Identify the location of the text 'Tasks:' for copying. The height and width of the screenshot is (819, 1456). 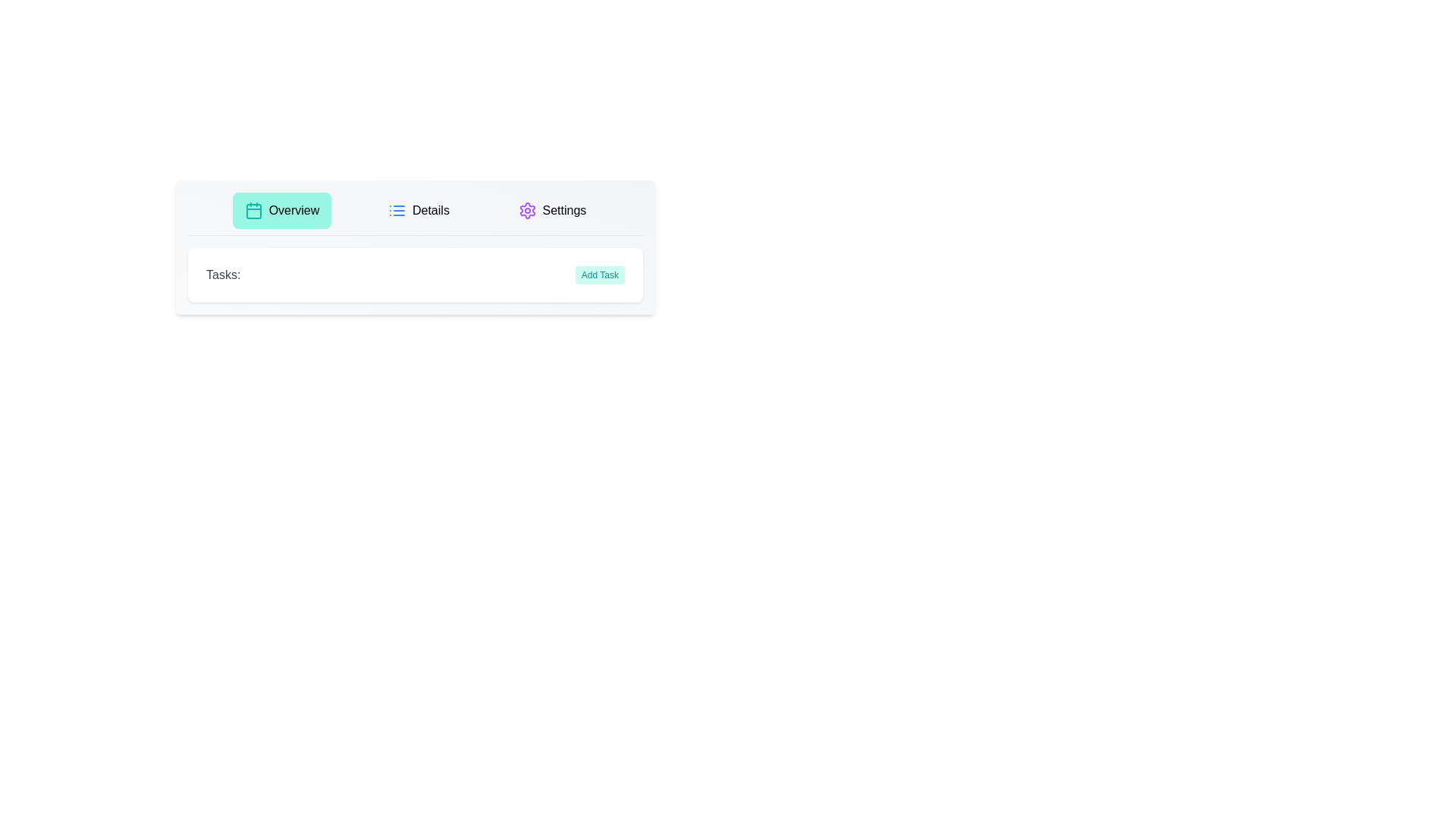
(222, 275).